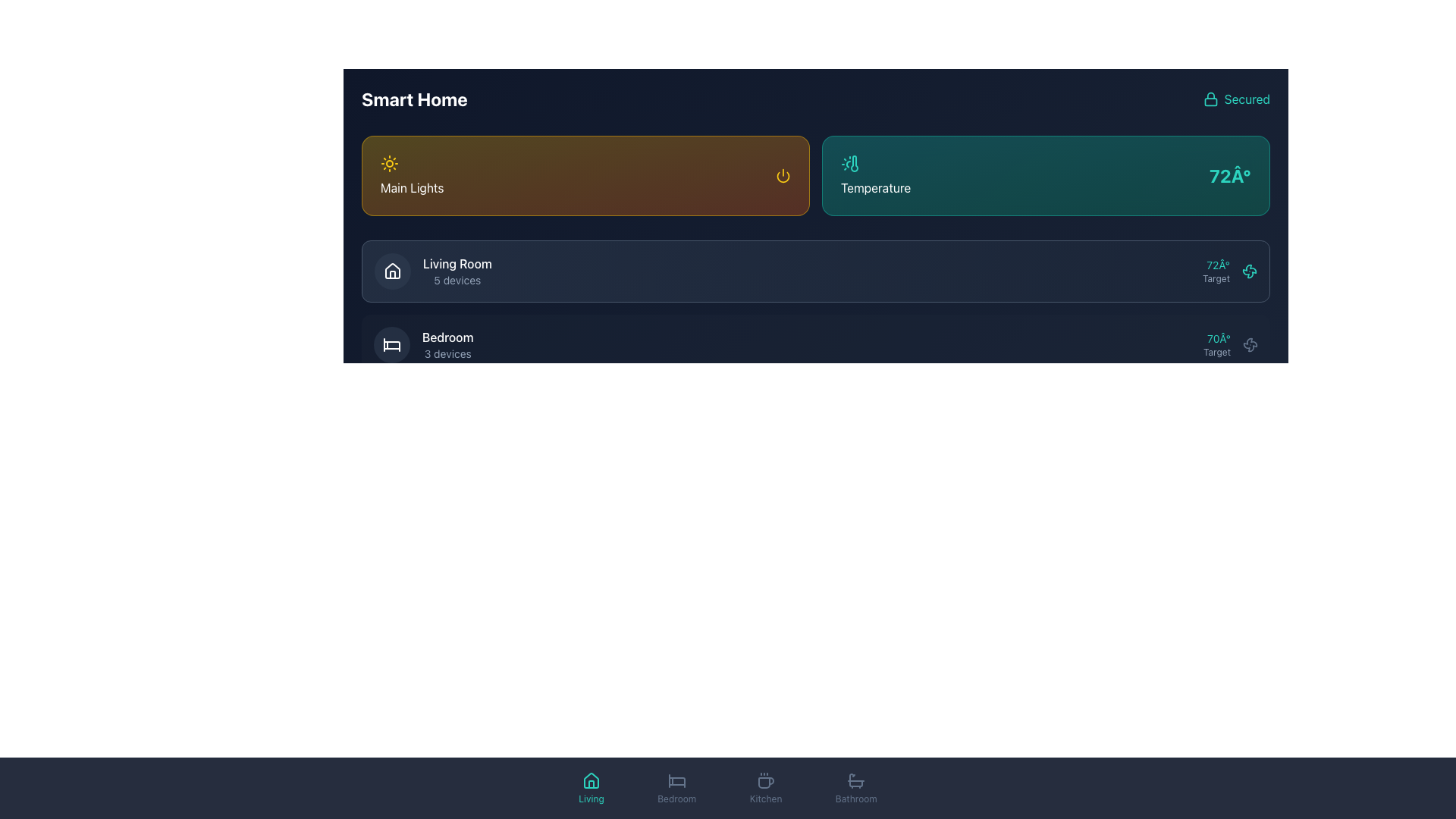 This screenshot has width=1456, height=819. I want to click on the coffee mug icon located in the bottom navigation bar under the 'Kitchen' label, so click(766, 783).